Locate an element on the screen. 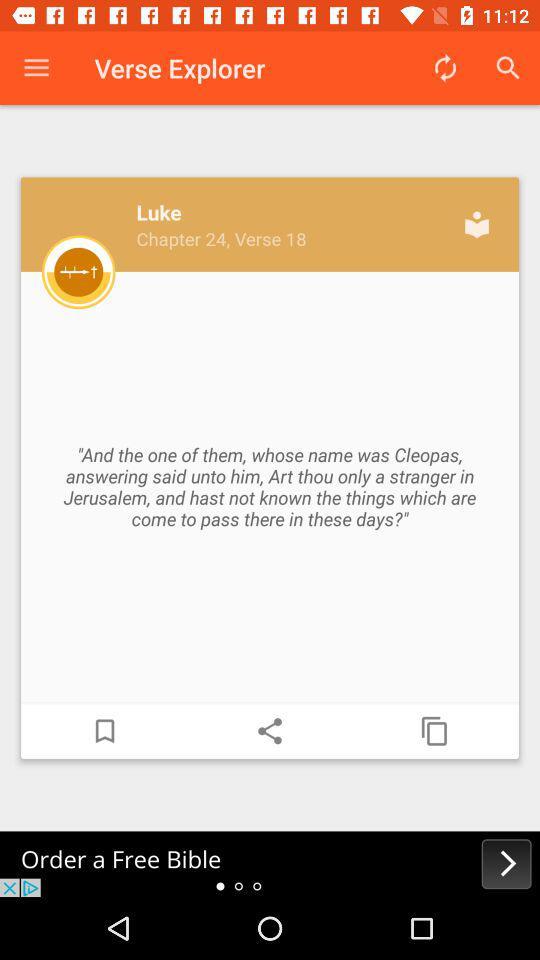  bible advertisement is located at coordinates (270, 863).